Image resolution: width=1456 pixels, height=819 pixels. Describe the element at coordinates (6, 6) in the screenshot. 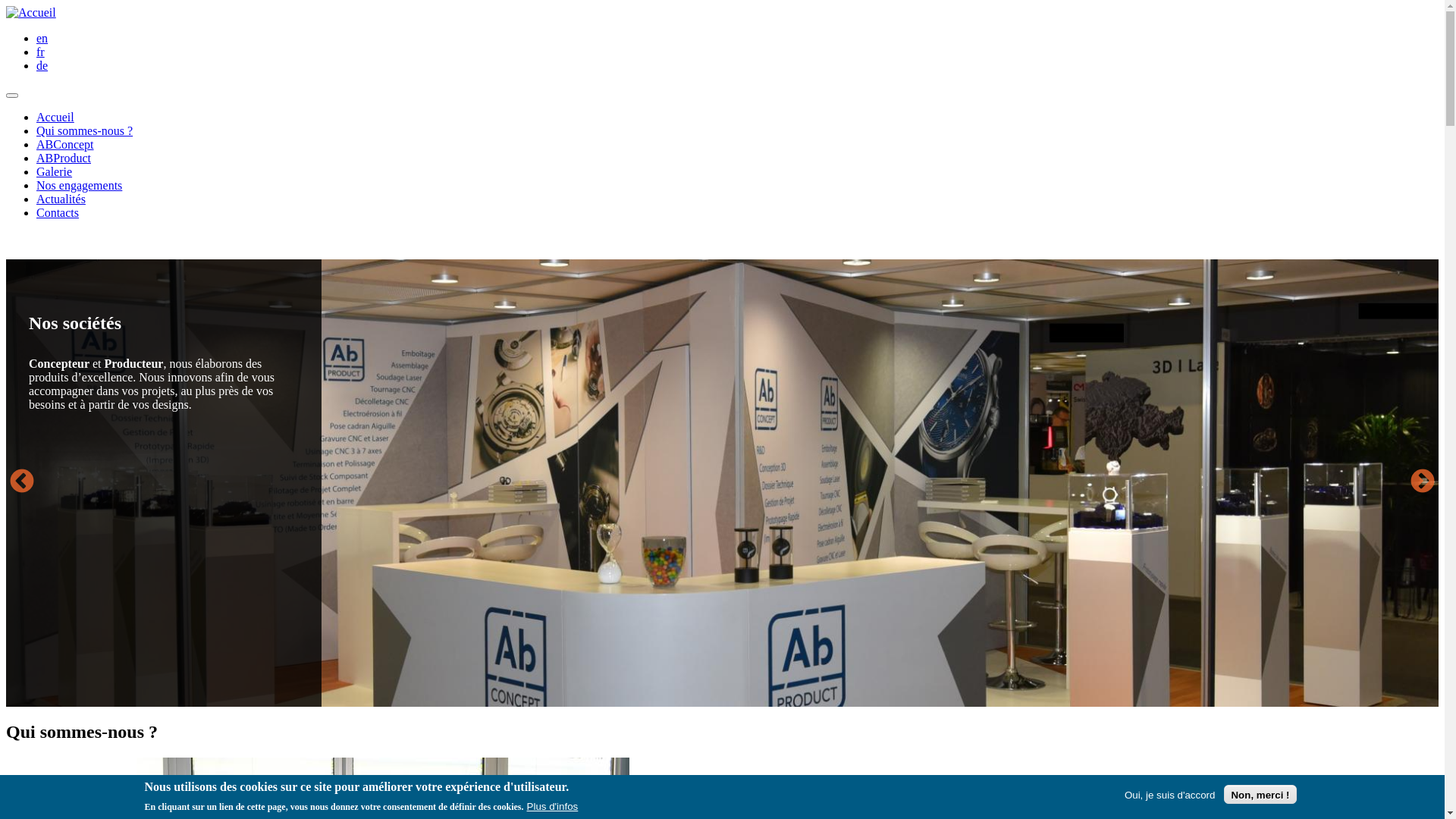

I see `'Aller au contenu principal'` at that location.